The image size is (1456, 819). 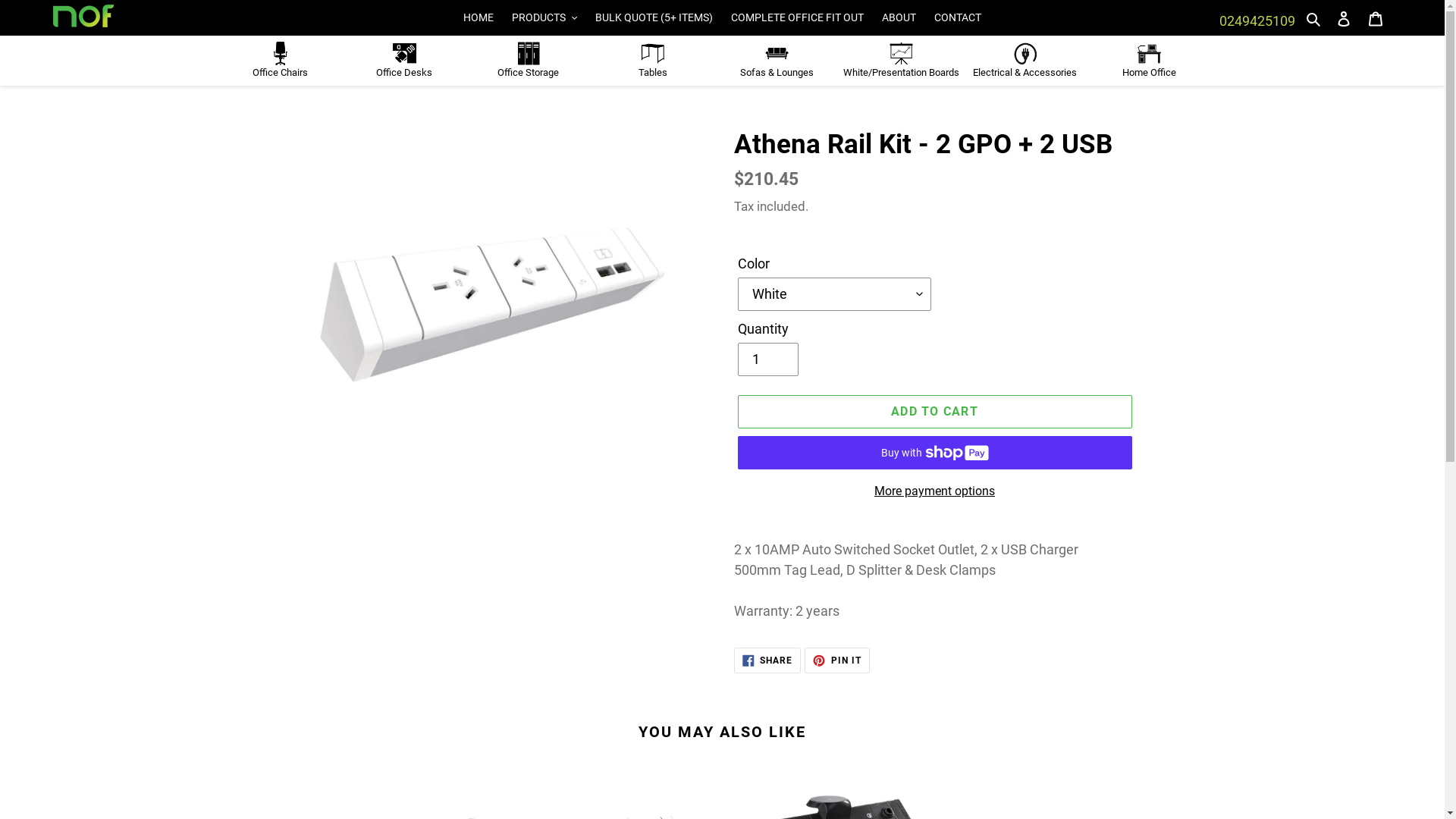 I want to click on 'PRODUCTS', so click(x=504, y=17).